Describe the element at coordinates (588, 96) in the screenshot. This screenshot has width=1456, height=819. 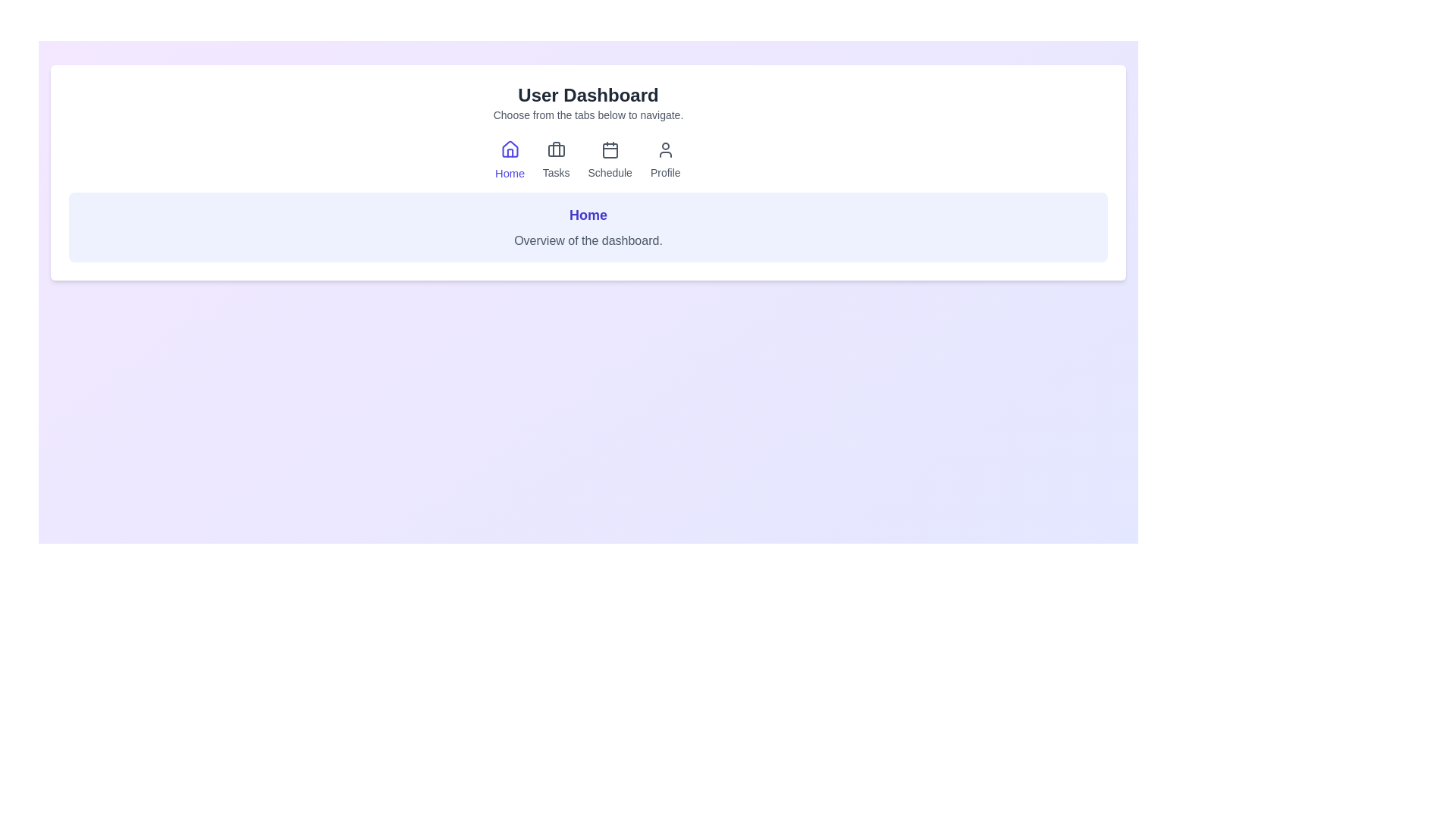
I see `the 'User Dashboard' title label located at the top center of the page to provide context for users regarding the content and purpose of the page` at that location.